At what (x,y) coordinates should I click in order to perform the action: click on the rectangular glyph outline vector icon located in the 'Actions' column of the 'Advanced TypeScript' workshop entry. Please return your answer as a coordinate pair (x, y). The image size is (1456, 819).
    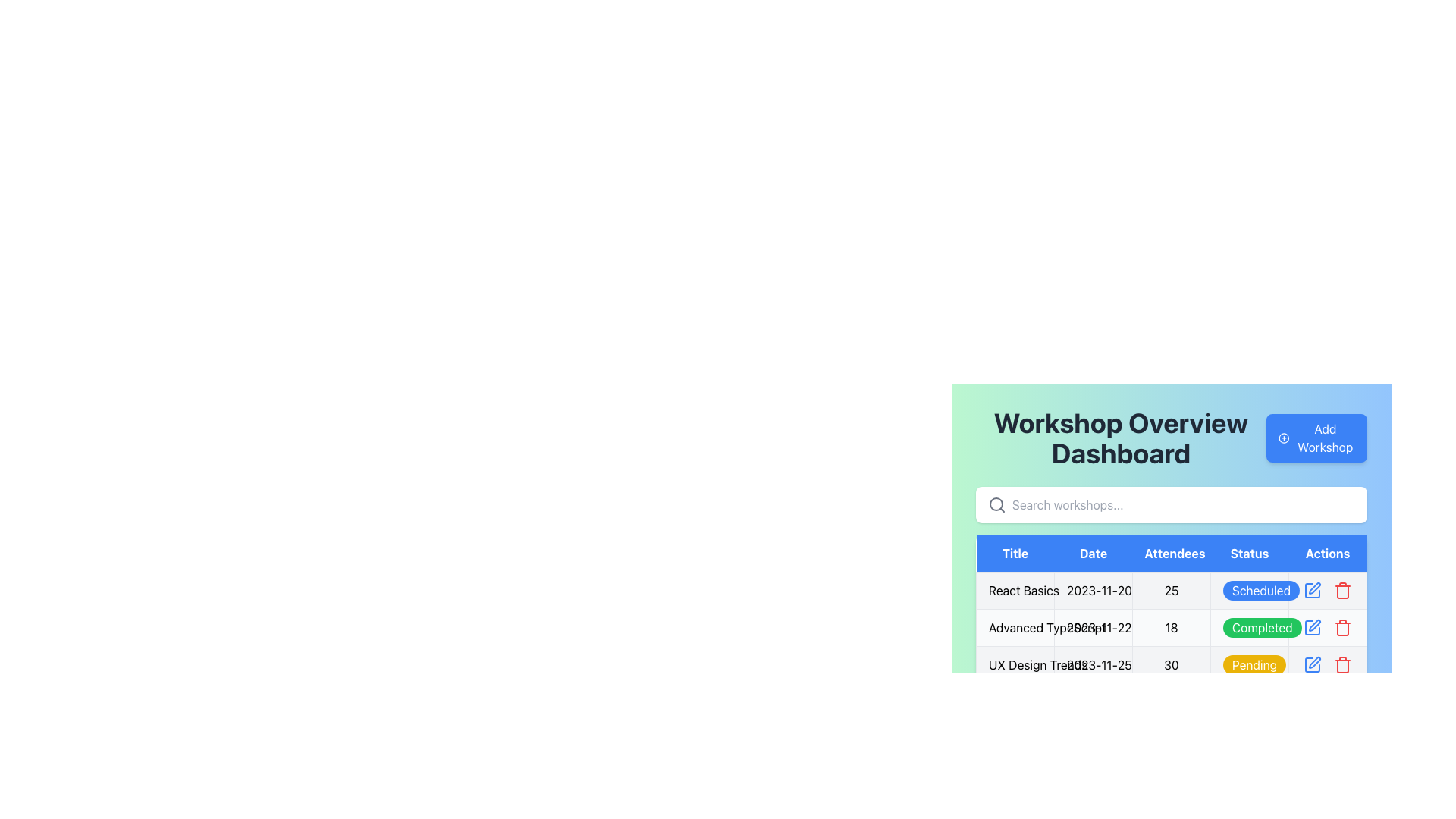
    Looking at the image, I should click on (1312, 628).